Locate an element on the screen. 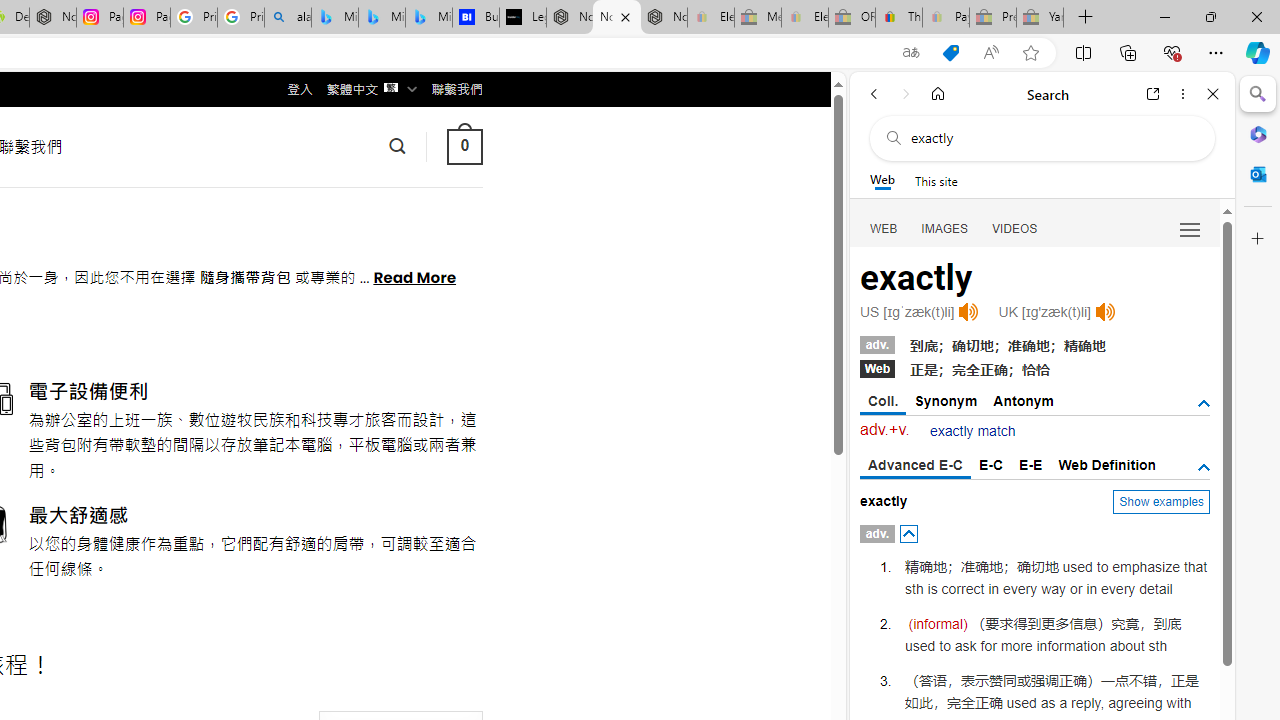 This screenshot has width=1280, height=720. 'AutomationID: posbtn_0' is located at coordinates (907, 532).